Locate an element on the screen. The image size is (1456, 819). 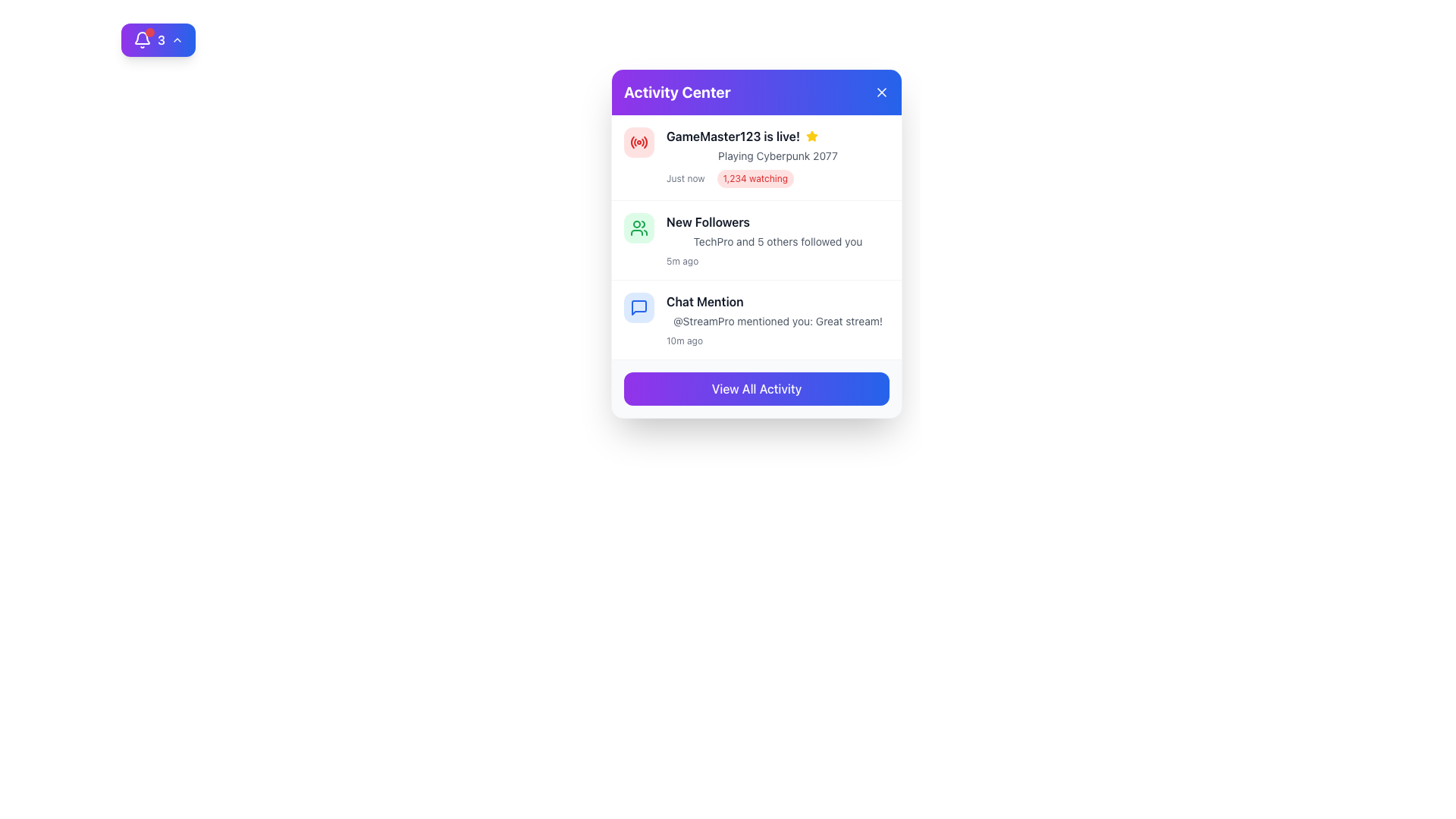
the icon representing new followers located in the left section of the 'New Followers' notification item within the 'Activity Center' panel is located at coordinates (639, 227).